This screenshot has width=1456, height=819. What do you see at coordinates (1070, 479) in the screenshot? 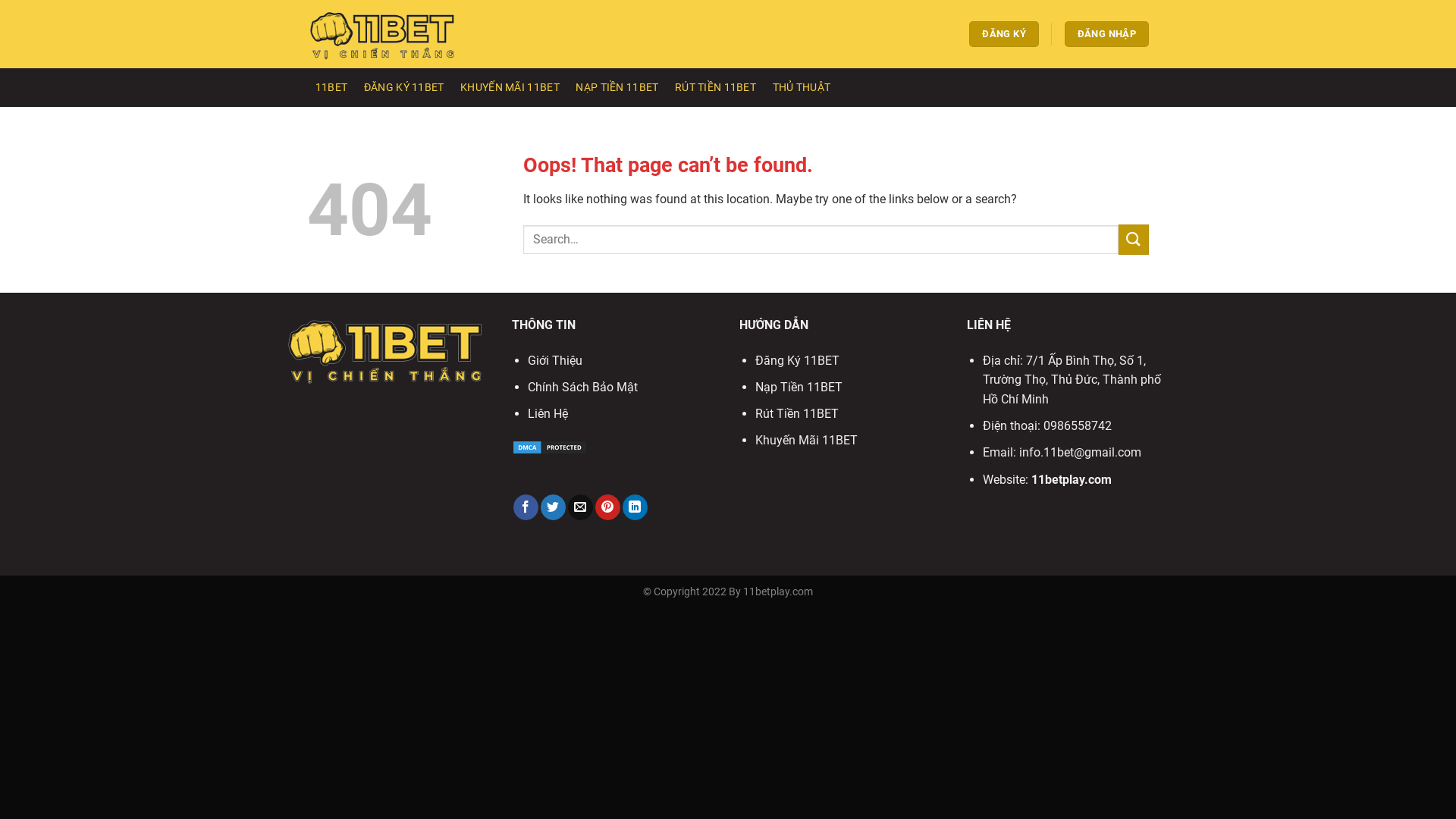
I see `'11betplay.com'` at bounding box center [1070, 479].